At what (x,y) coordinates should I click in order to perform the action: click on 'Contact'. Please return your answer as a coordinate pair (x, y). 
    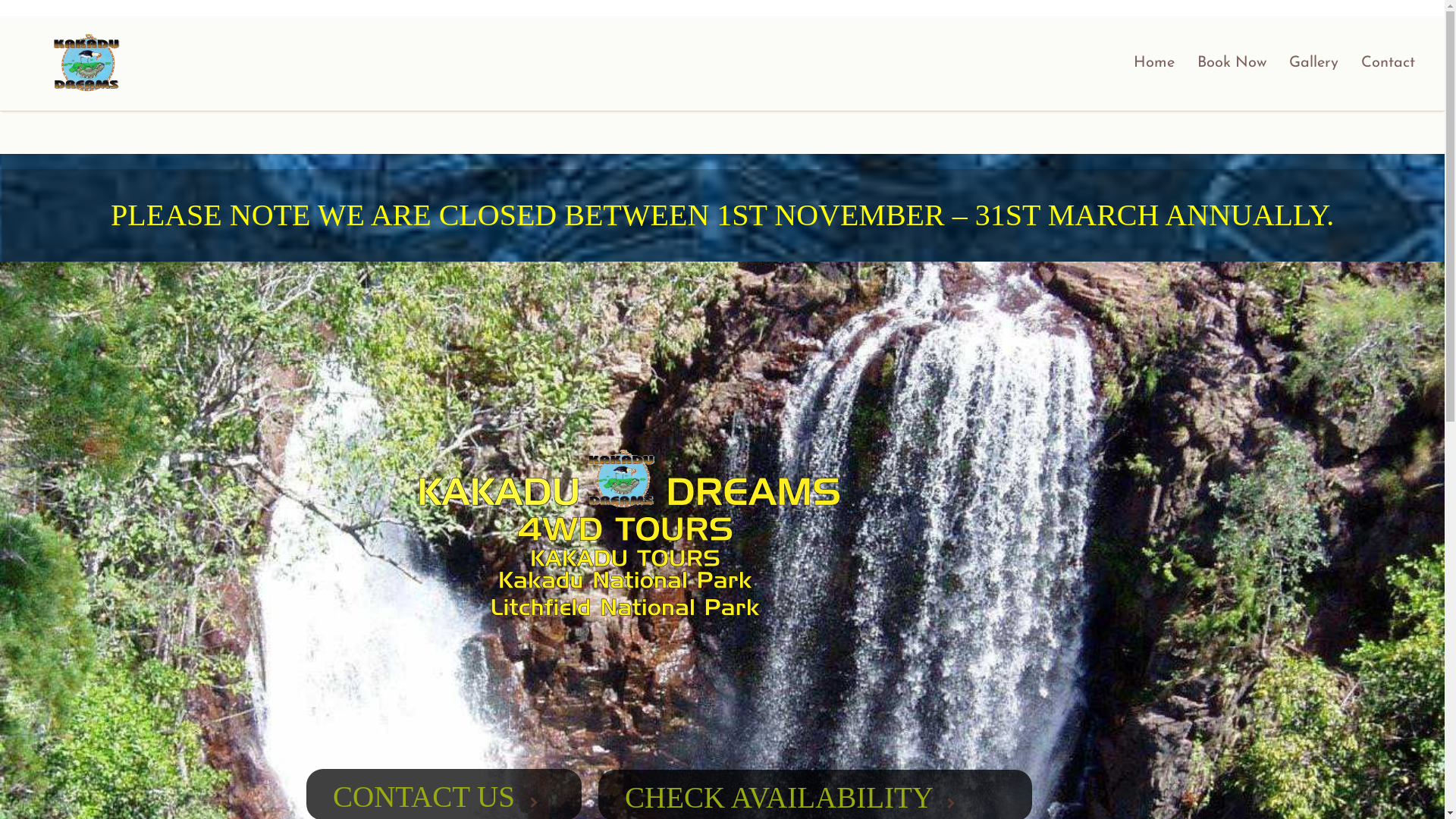
    Looking at the image, I should click on (1388, 62).